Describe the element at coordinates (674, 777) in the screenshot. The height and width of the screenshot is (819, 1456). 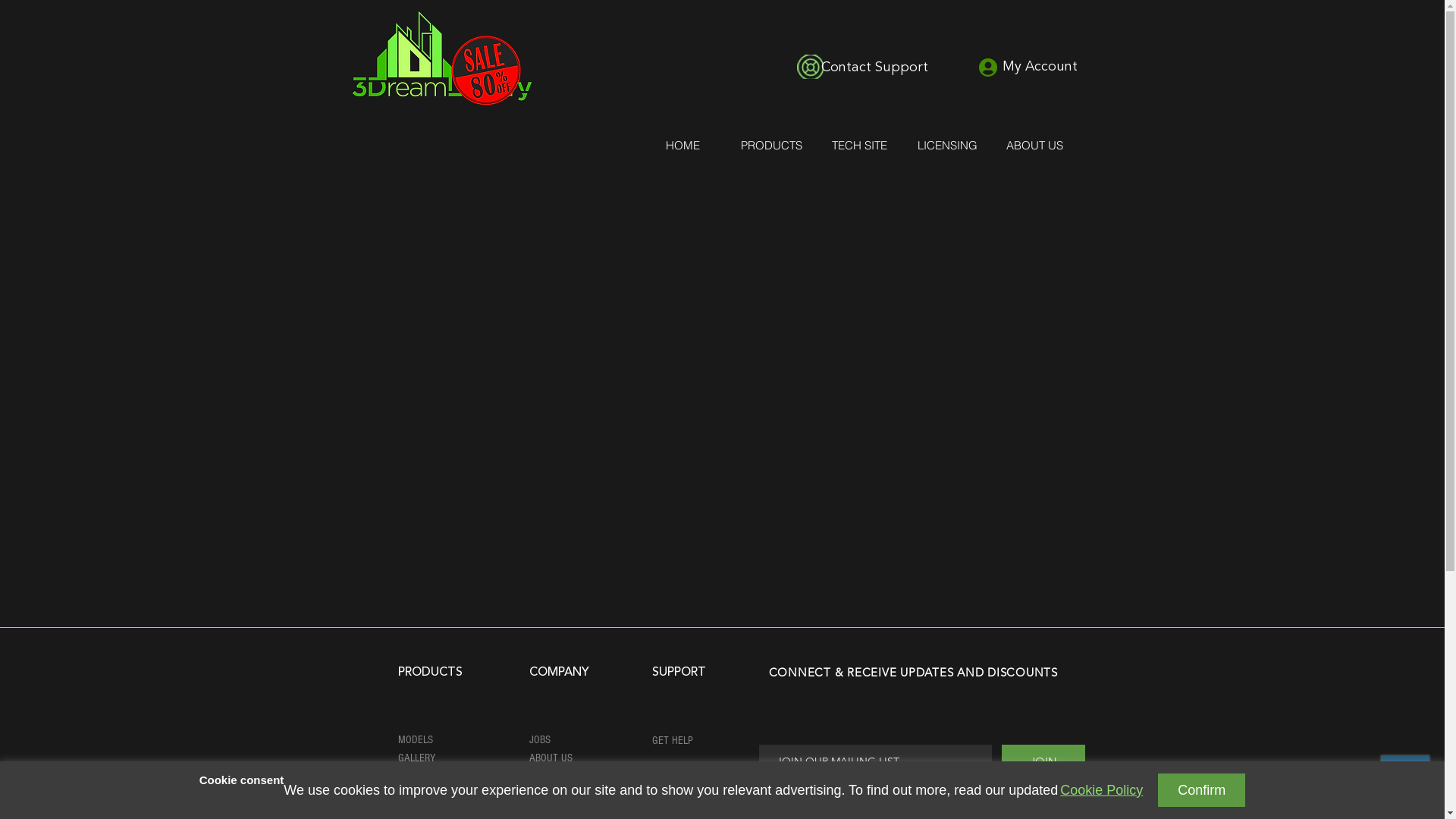
I see `'TUTORIALS'` at that location.